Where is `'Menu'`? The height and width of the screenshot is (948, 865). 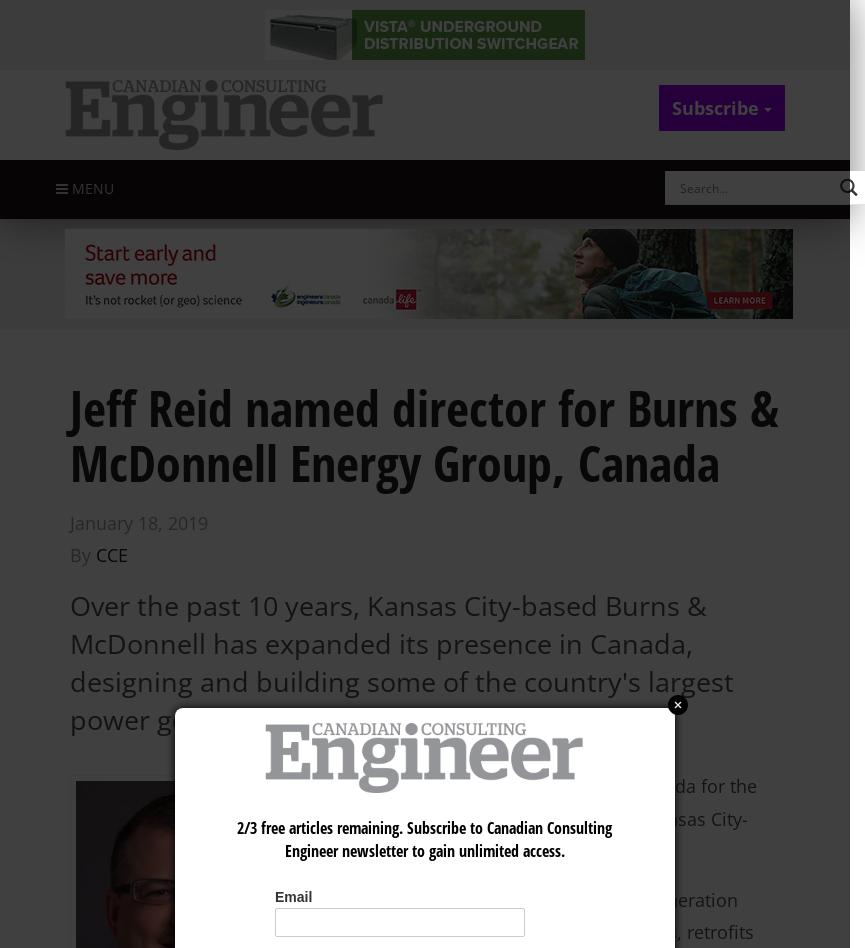
'Menu' is located at coordinates (90, 187).